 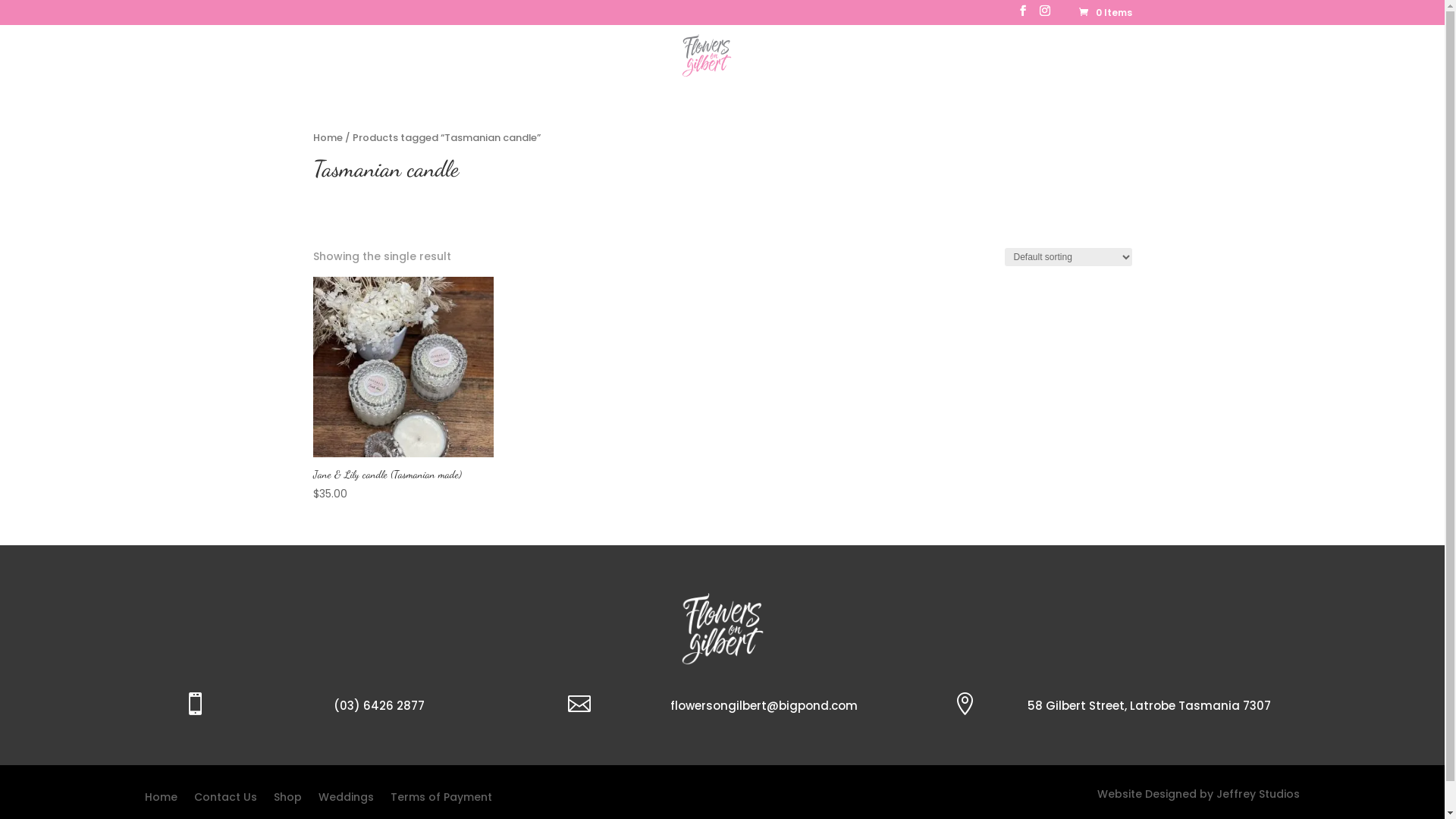 I want to click on 'Terms of Payment', so click(x=439, y=799).